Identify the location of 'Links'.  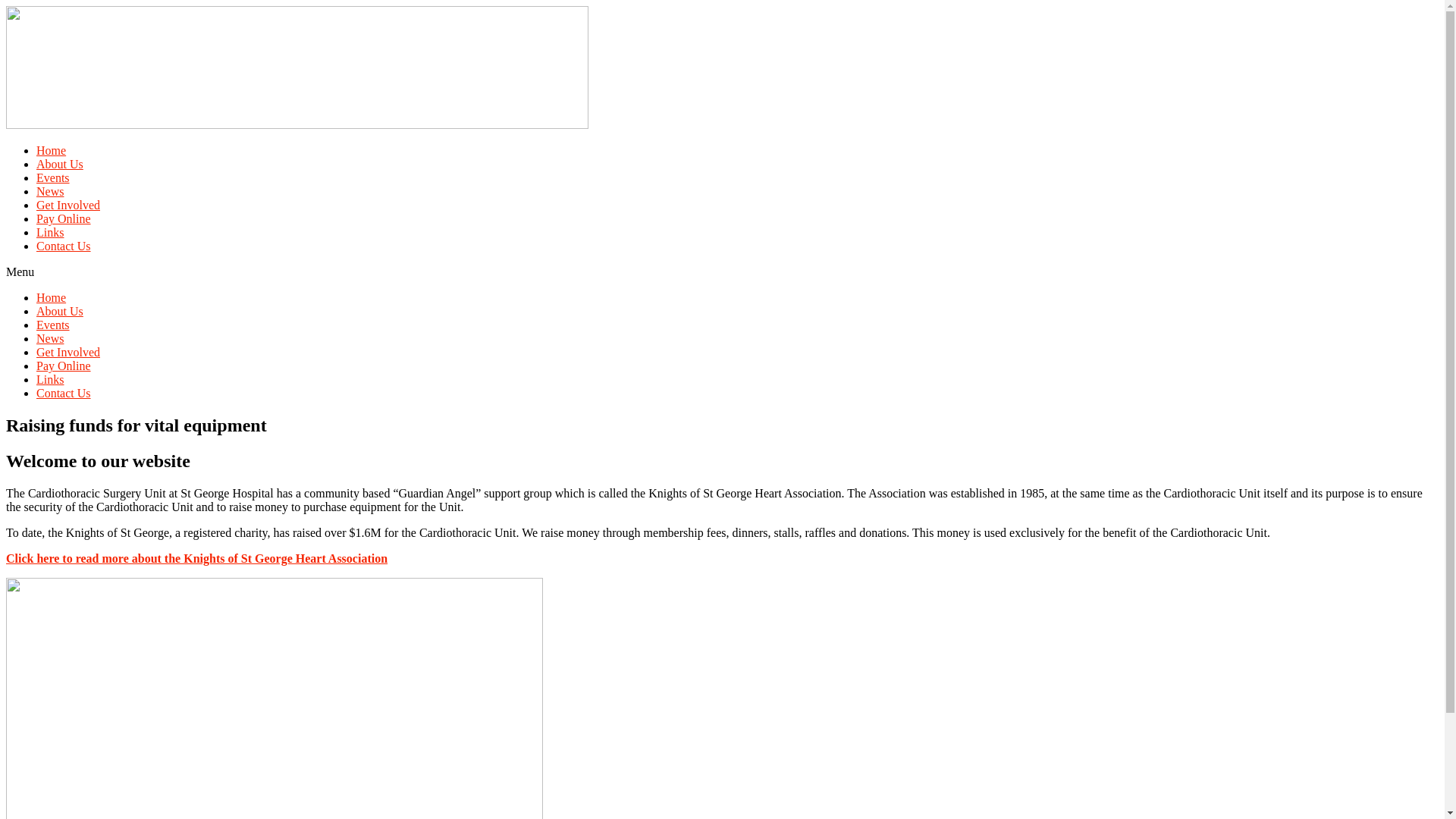
(50, 378).